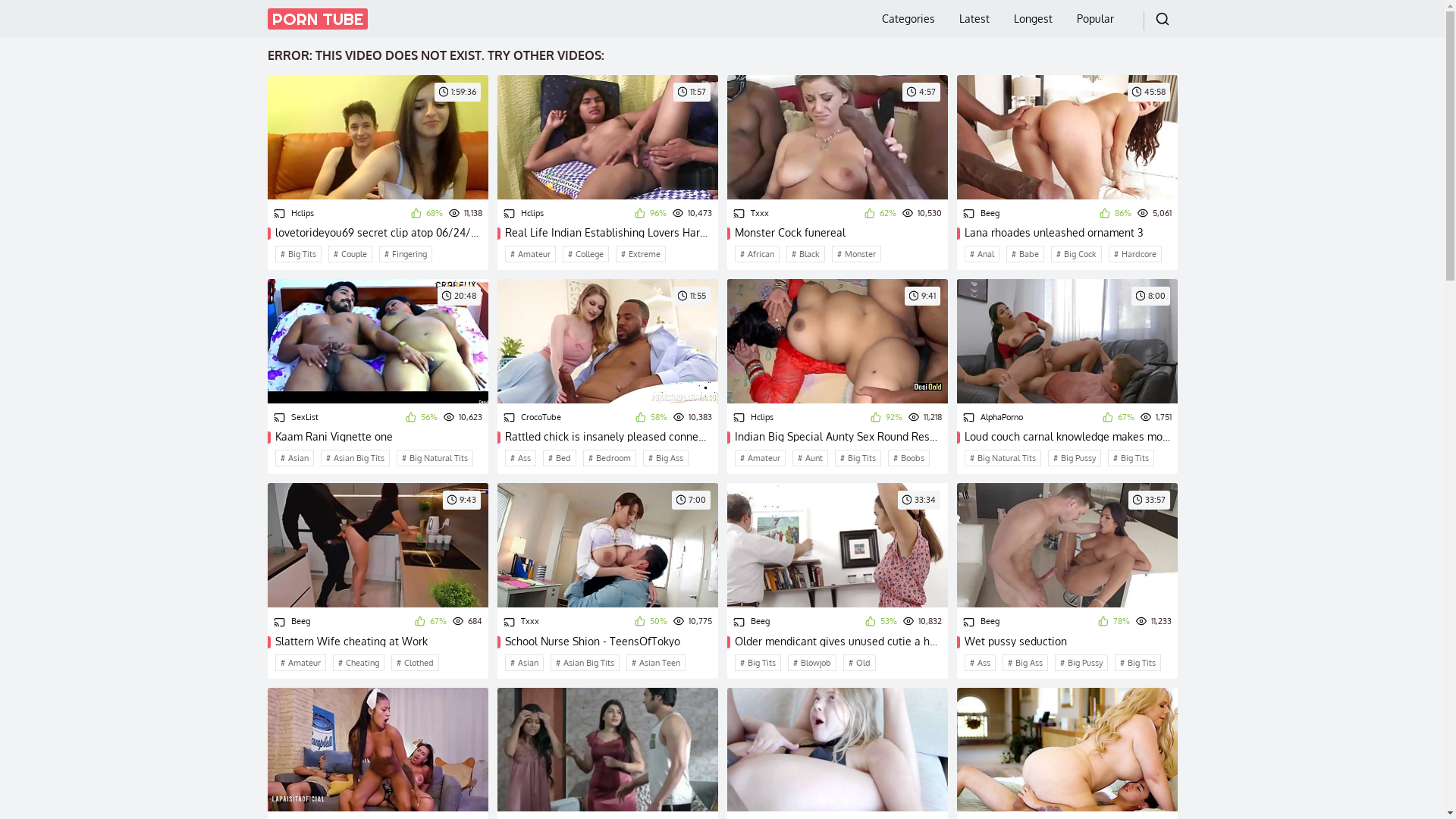 The width and height of the screenshot is (1456, 819). What do you see at coordinates (520, 457) in the screenshot?
I see `'Ass'` at bounding box center [520, 457].